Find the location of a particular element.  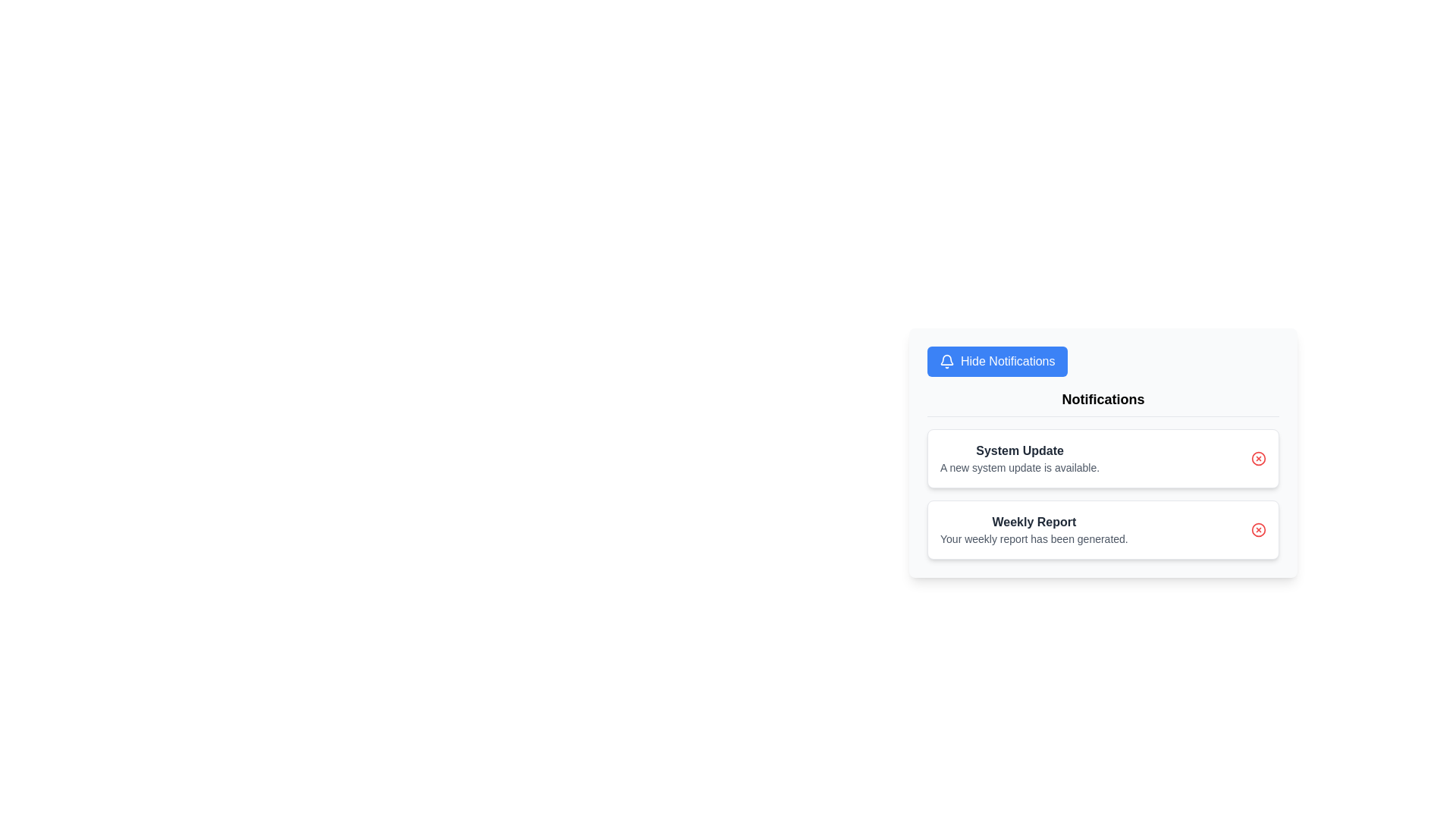

the text label displaying 'A new system update is available.' which is styled in gray font and located below the 'System Update' header in the notification card is located at coordinates (1020, 467).